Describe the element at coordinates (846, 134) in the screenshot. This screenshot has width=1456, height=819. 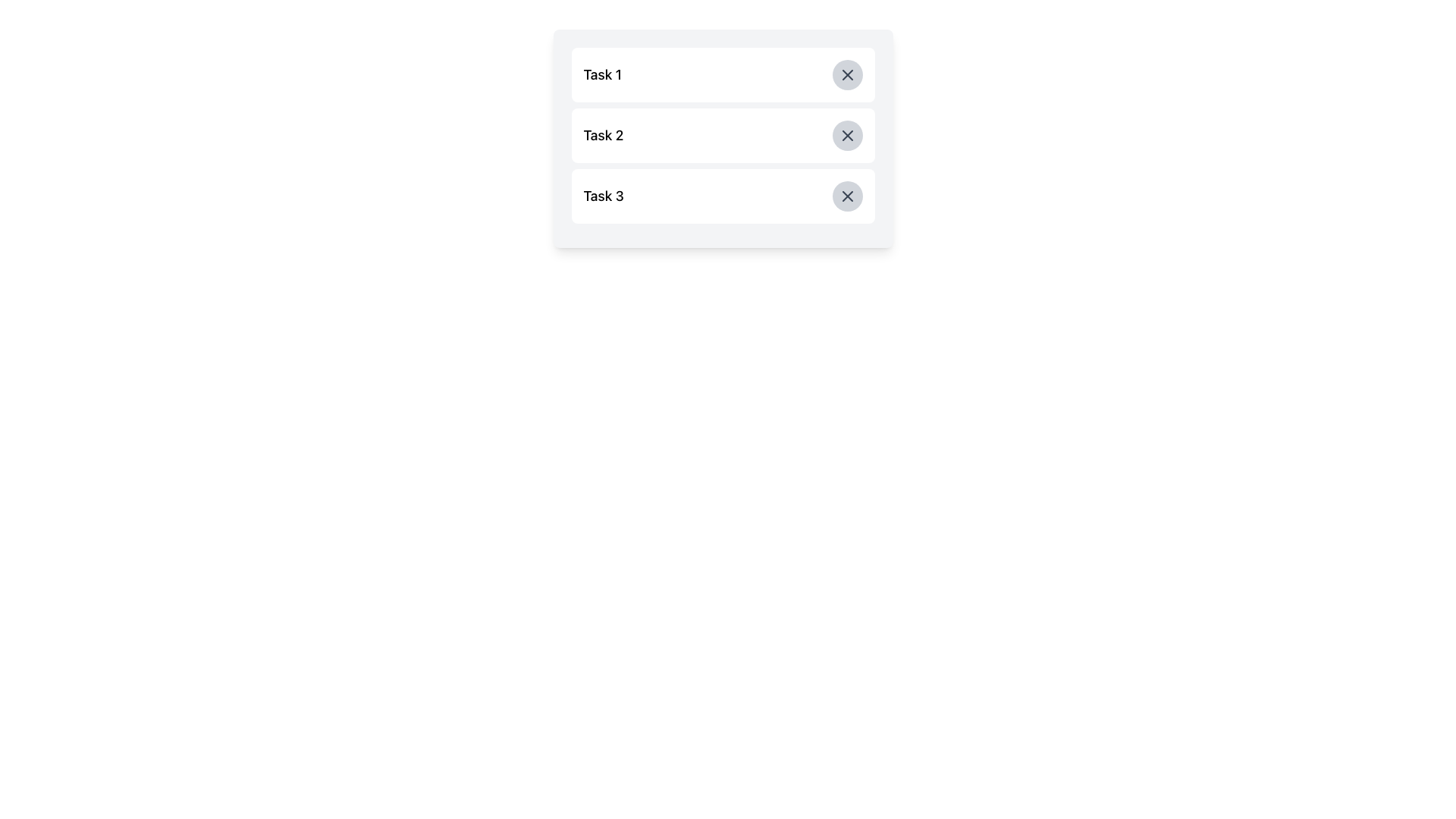
I see `the circular gray button with a dark gray 'X' icon, which is the second button in a vertical list of tasks` at that location.